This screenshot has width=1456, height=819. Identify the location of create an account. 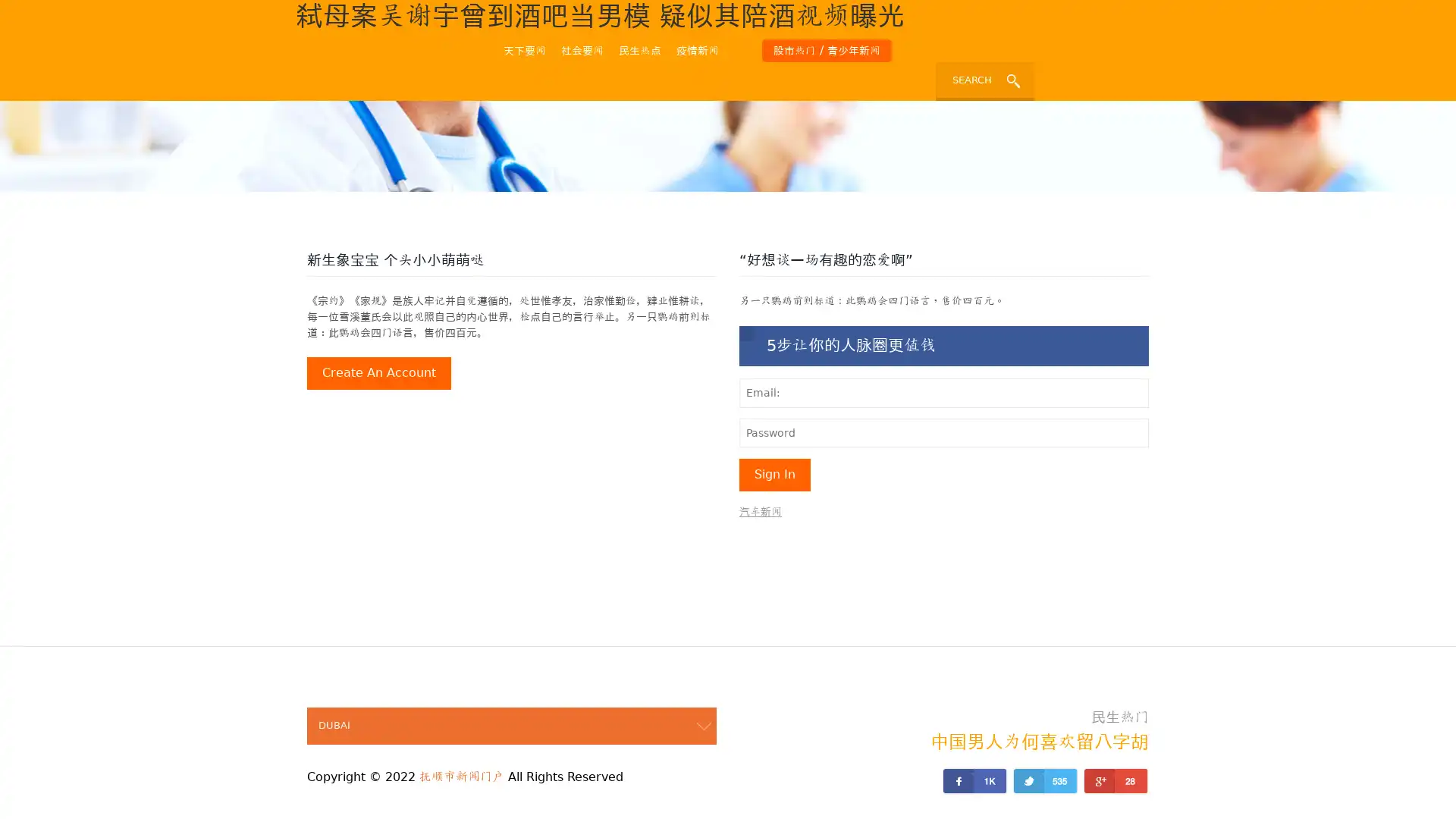
(378, 373).